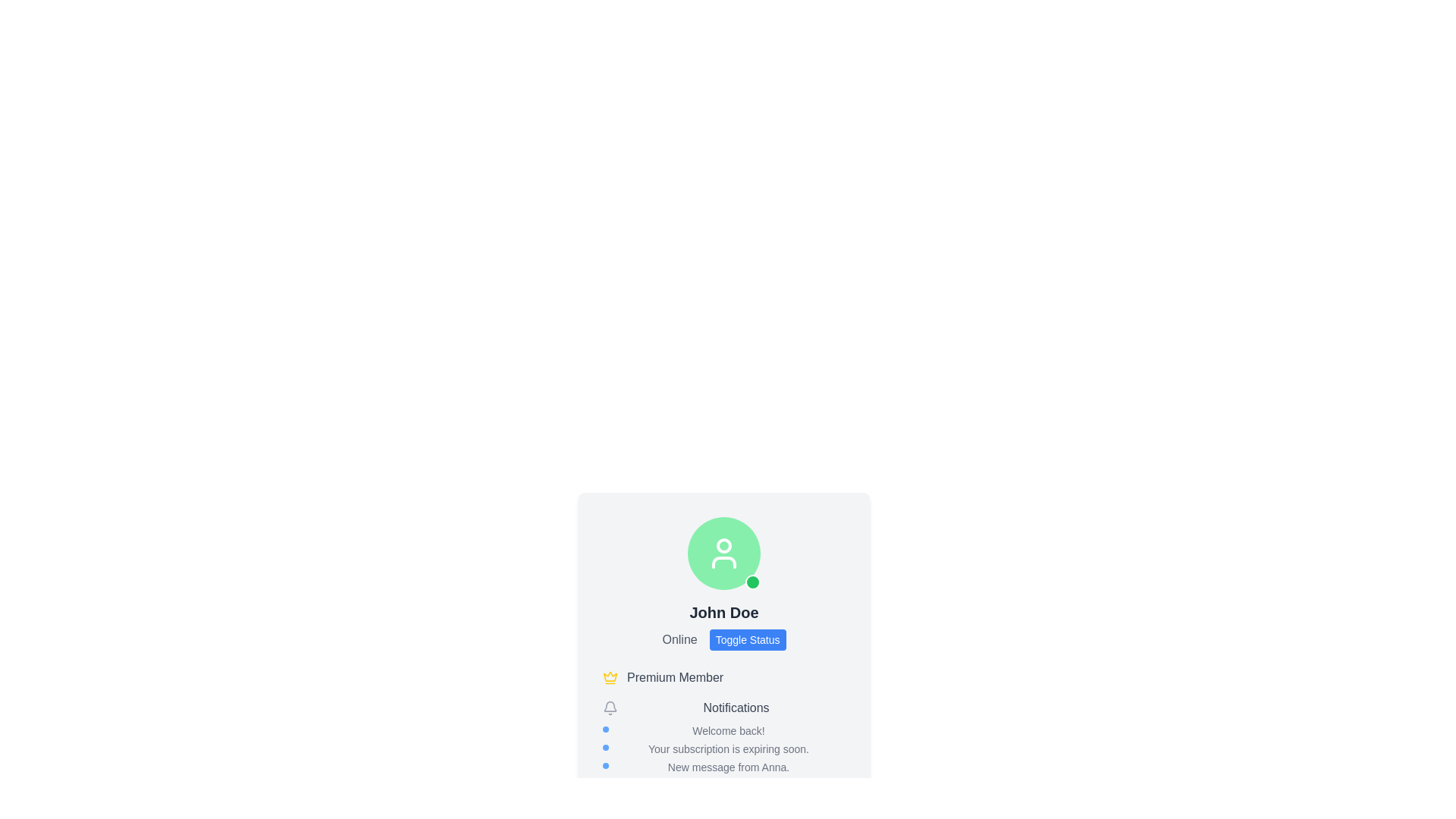 Image resolution: width=1456 pixels, height=819 pixels. I want to click on the torso vector graphic within the user identification SVG icon, which is located below the circular head shape element, so click(723, 562).